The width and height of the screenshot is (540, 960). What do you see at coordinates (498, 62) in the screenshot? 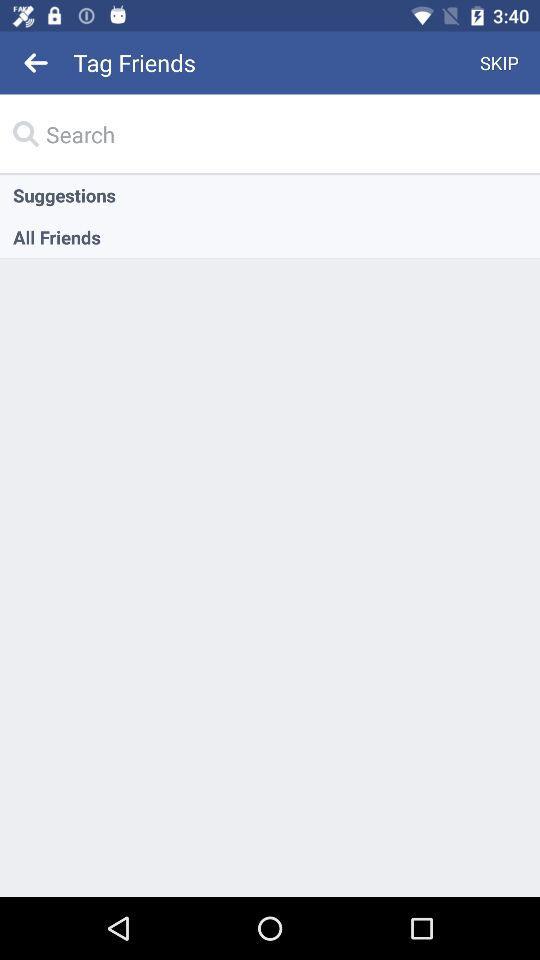
I see `skip item` at bounding box center [498, 62].